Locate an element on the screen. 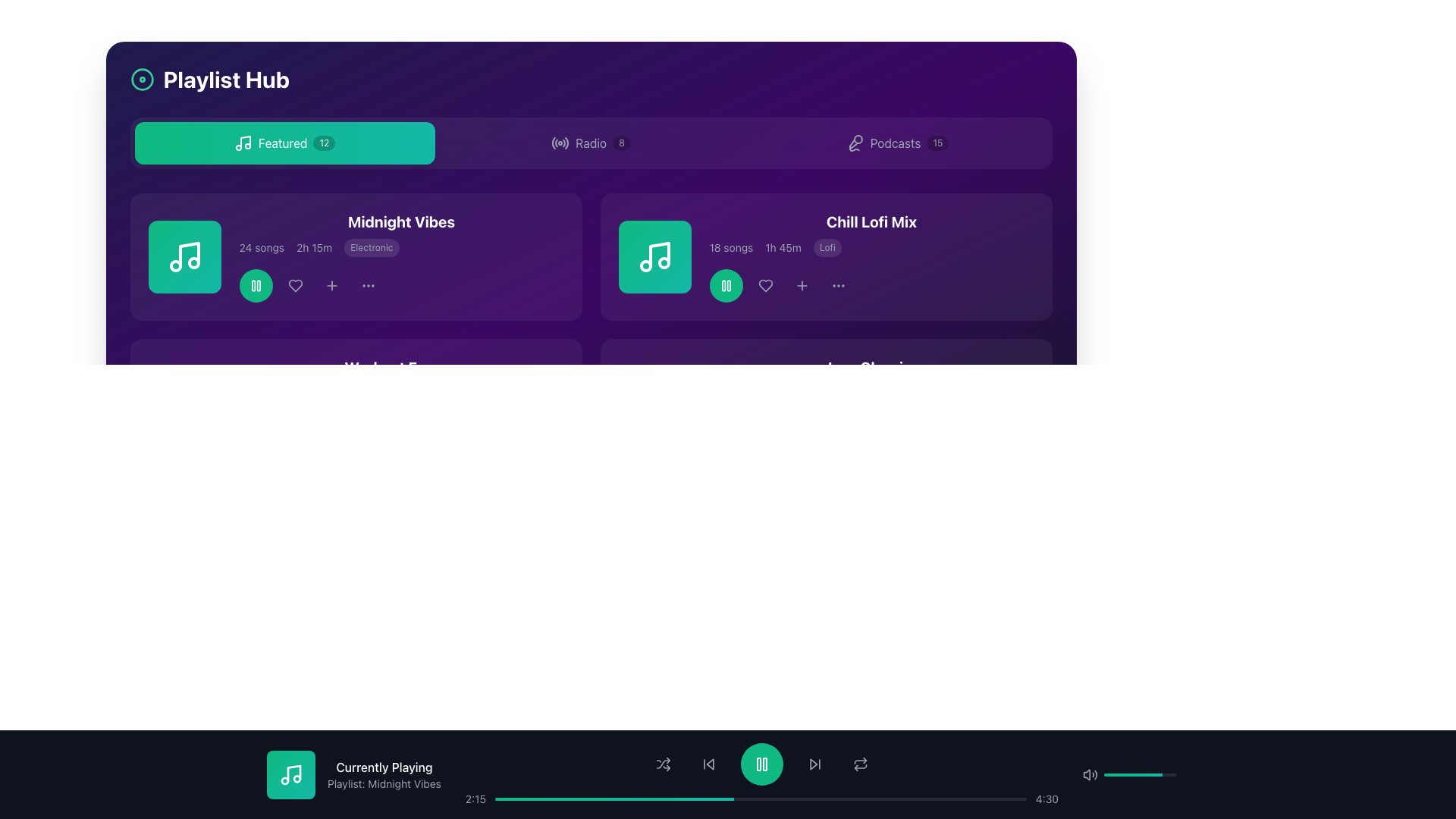 This screenshot has width=1456, height=819. the 'Featured' text label, which is styled in white on a vibrant green background, located near the center of a horizontal group of elements at the top left corner of the interface is located at coordinates (283, 143).